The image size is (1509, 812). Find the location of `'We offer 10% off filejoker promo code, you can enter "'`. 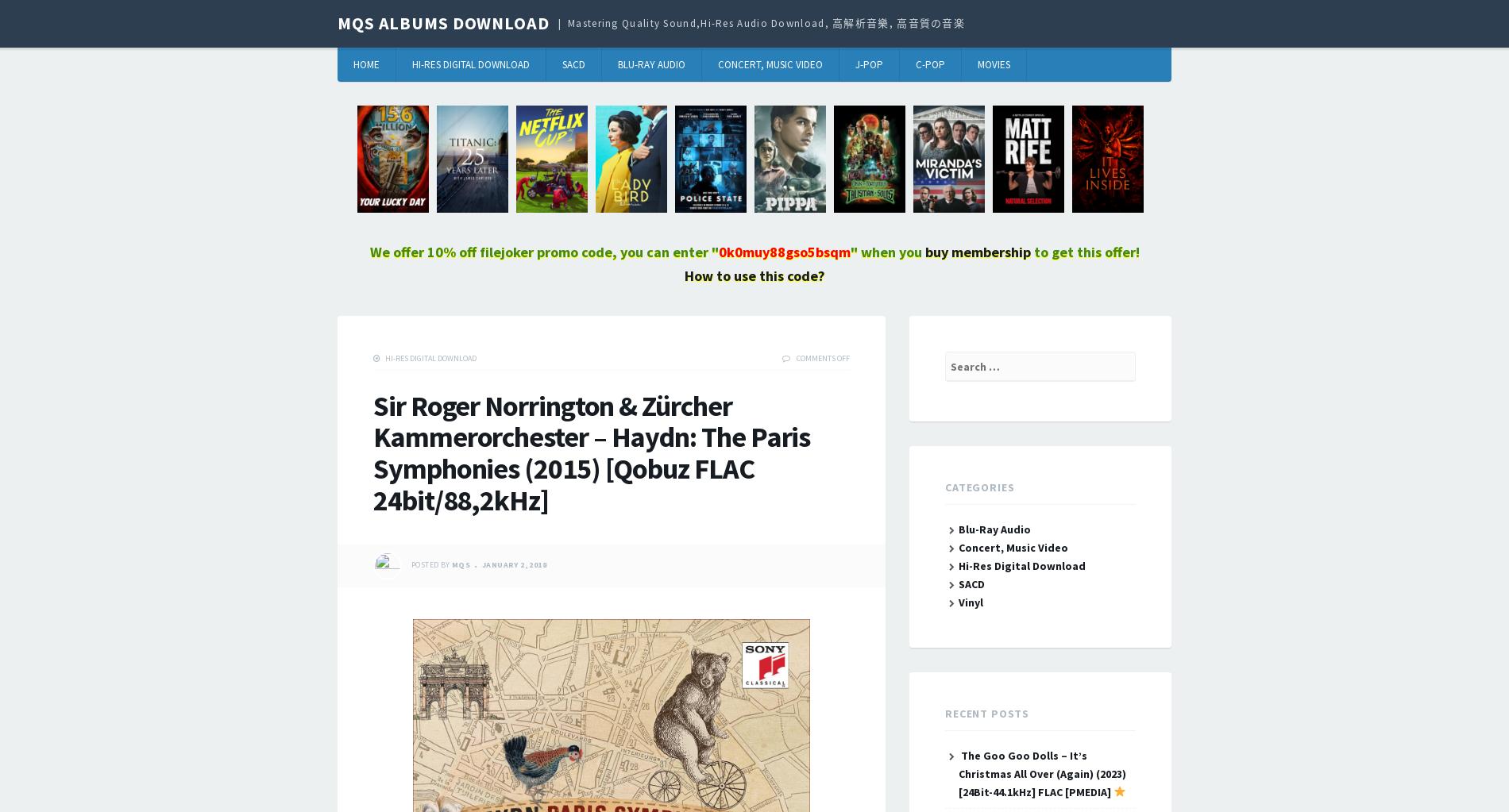

'We offer 10% off filejoker promo code, you can enter "' is located at coordinates (543, 252).